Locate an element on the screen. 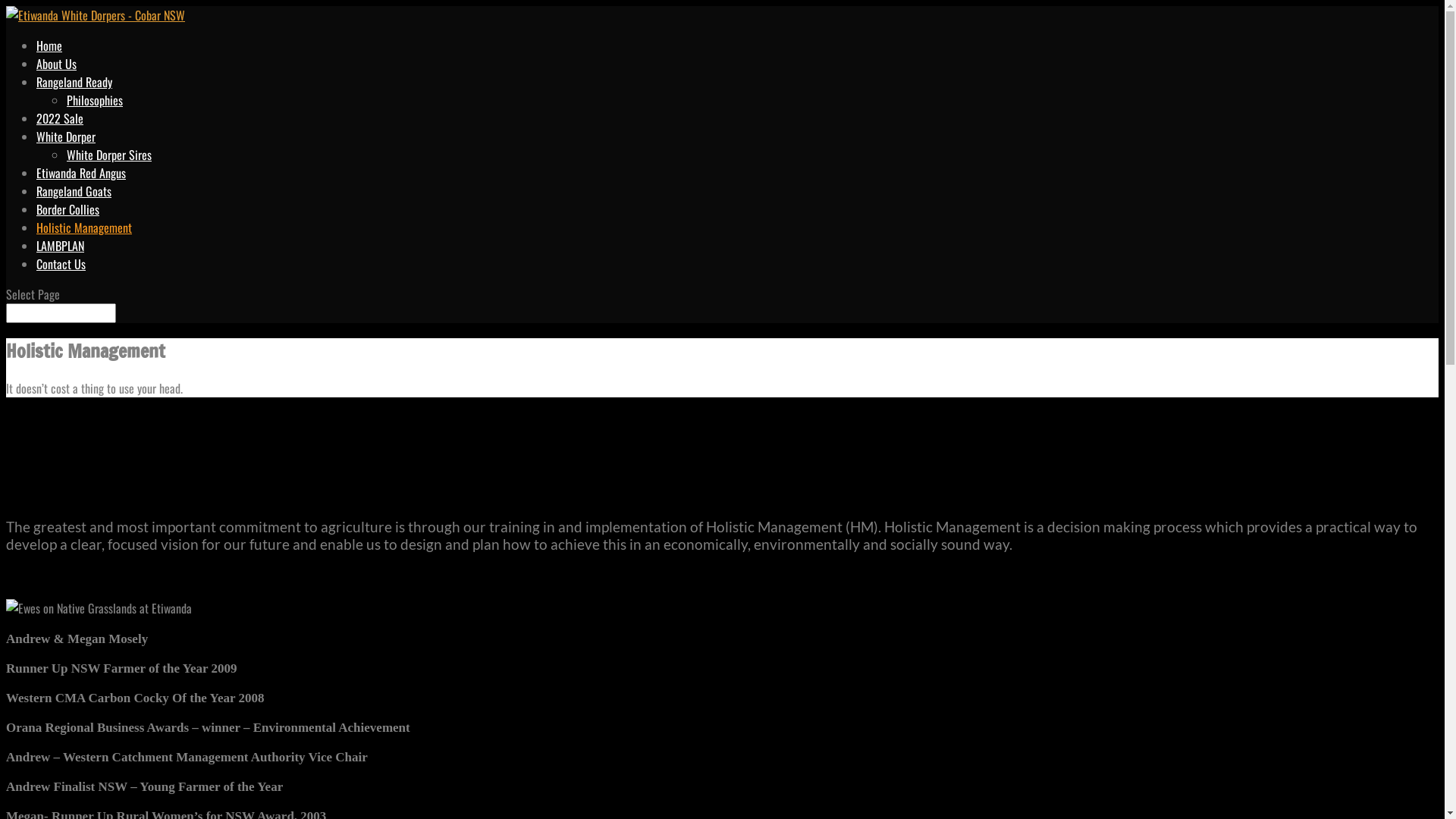 The width and height of the screenshot is (1456, 819). 'Etiwanda Red Angus' is located at coordinates (36, 171).